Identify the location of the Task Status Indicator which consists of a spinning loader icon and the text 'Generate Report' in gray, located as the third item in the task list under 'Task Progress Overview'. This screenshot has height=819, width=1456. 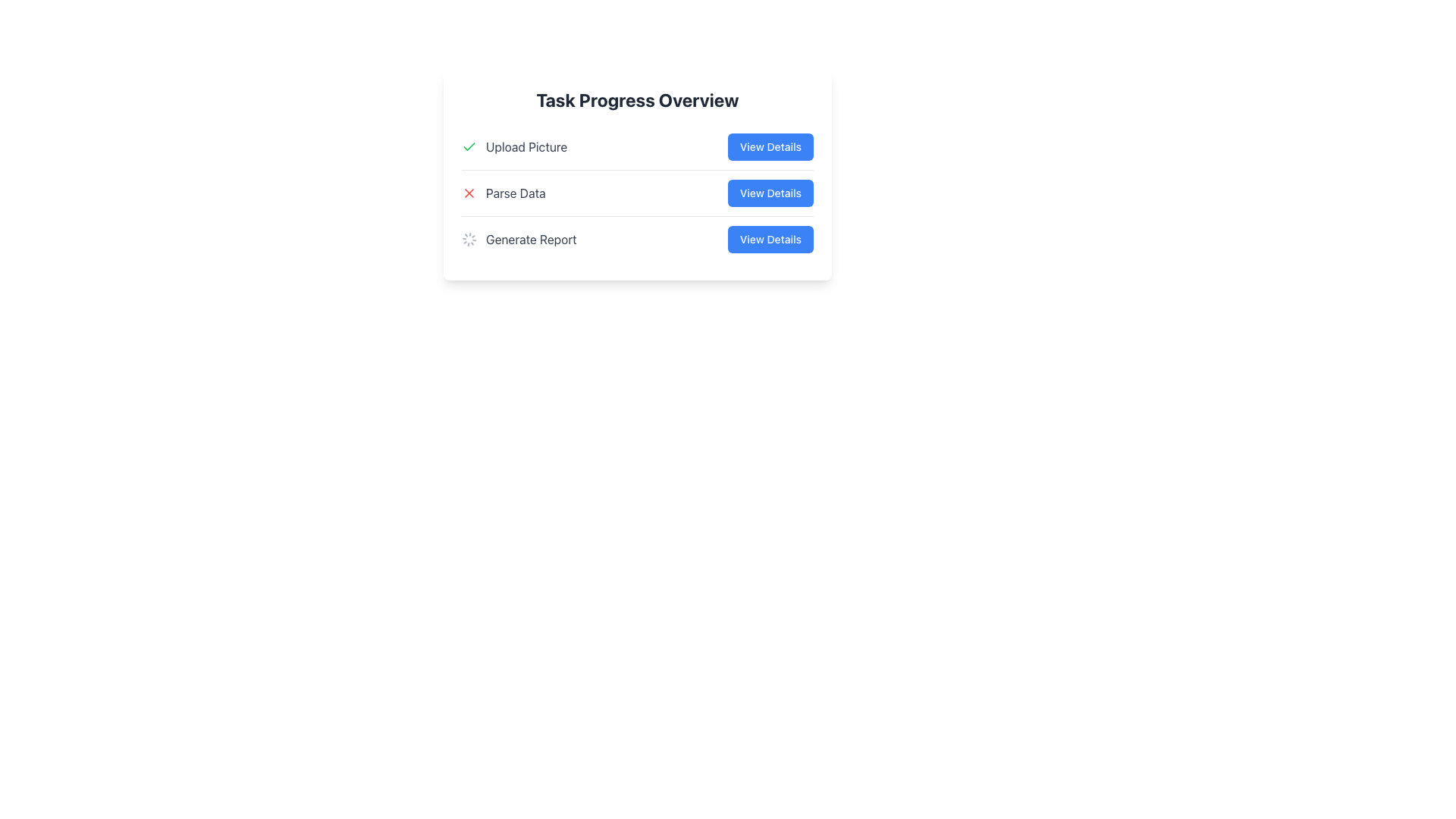
(519, 239).